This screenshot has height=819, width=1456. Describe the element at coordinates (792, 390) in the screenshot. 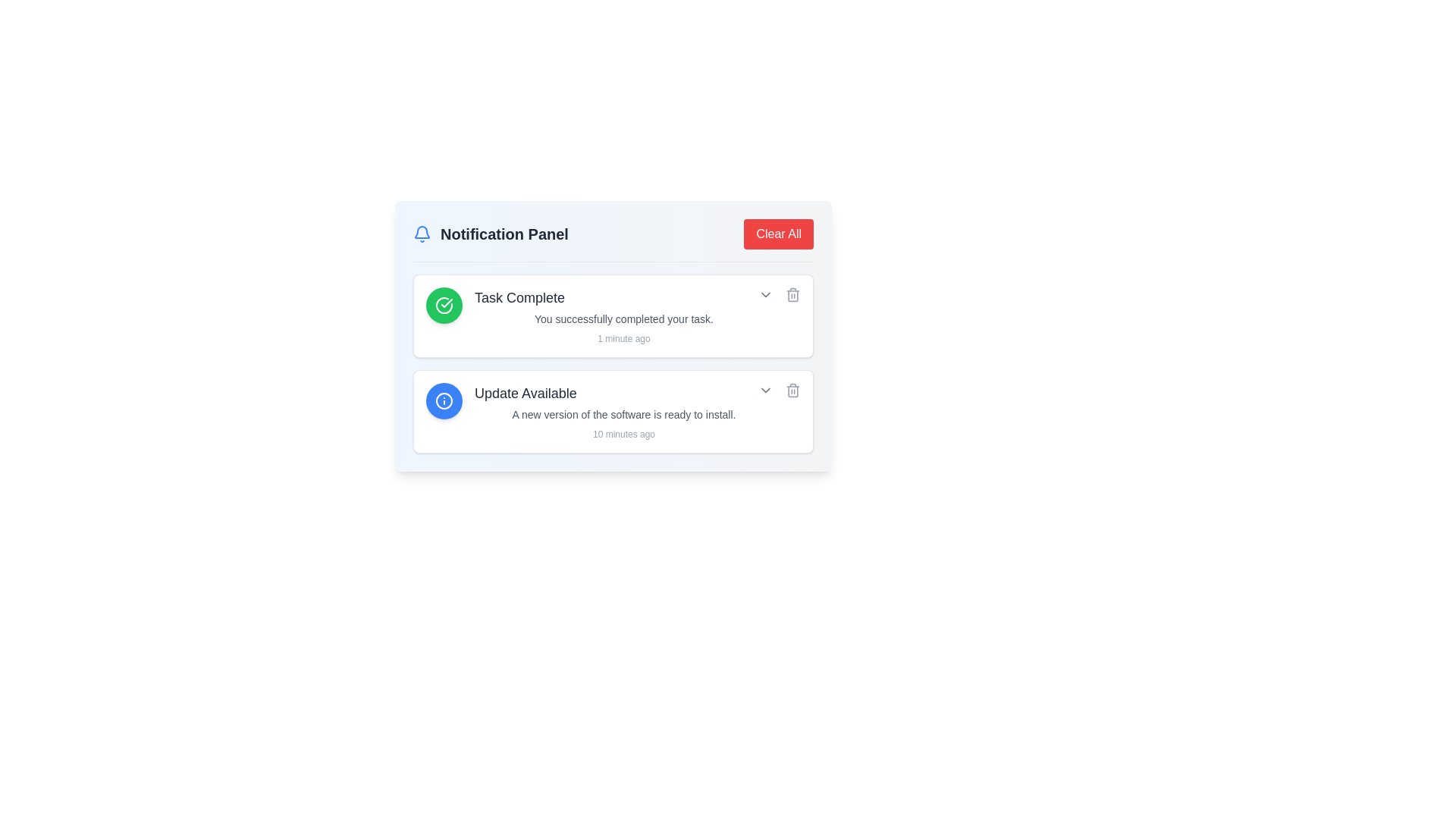

I see `the deletion button located in the bottom-right corner of the 'Update Available' notification card to change its color` at that location.